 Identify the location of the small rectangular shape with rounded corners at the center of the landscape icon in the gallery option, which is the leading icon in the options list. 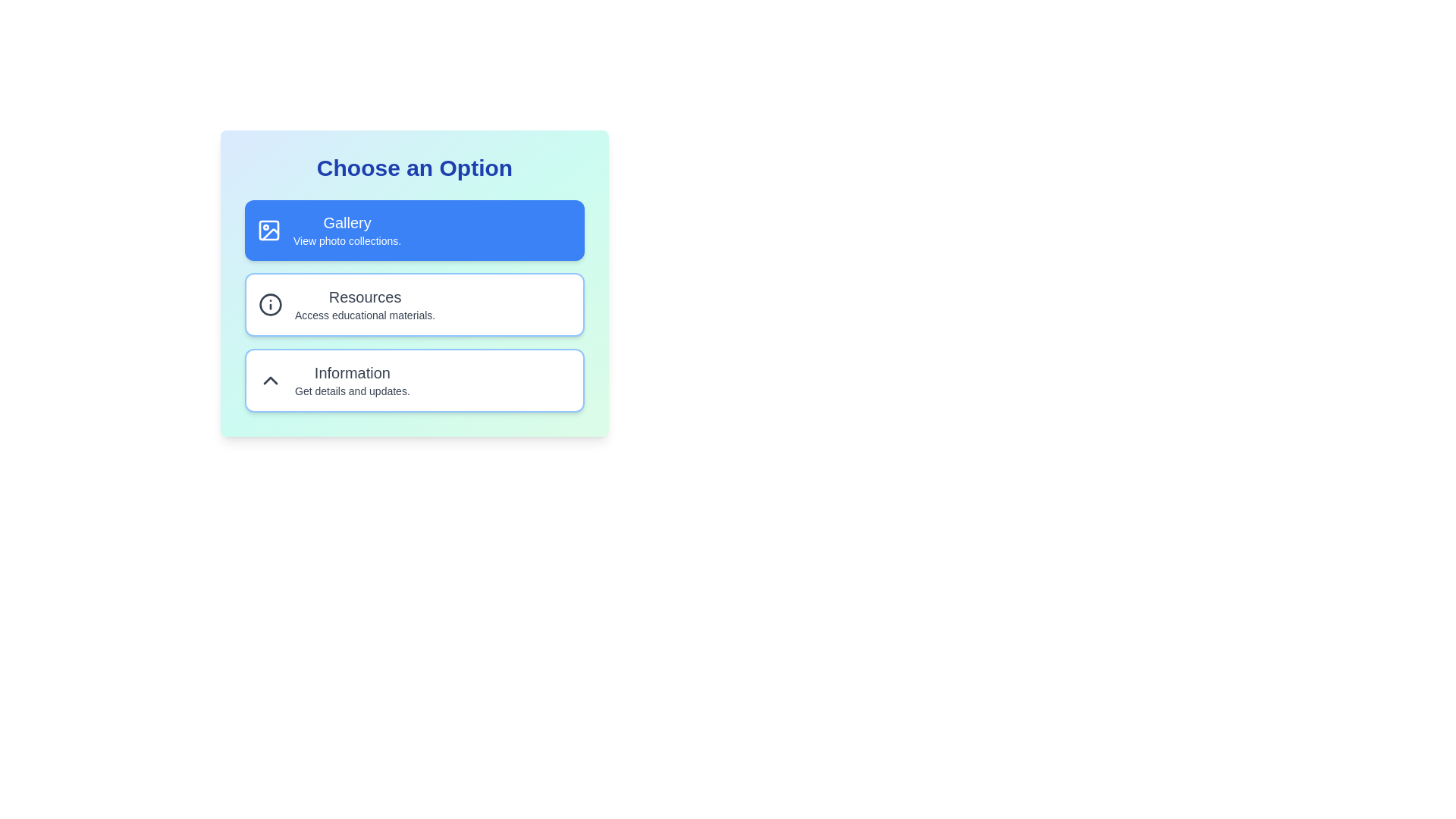
(269, 231).